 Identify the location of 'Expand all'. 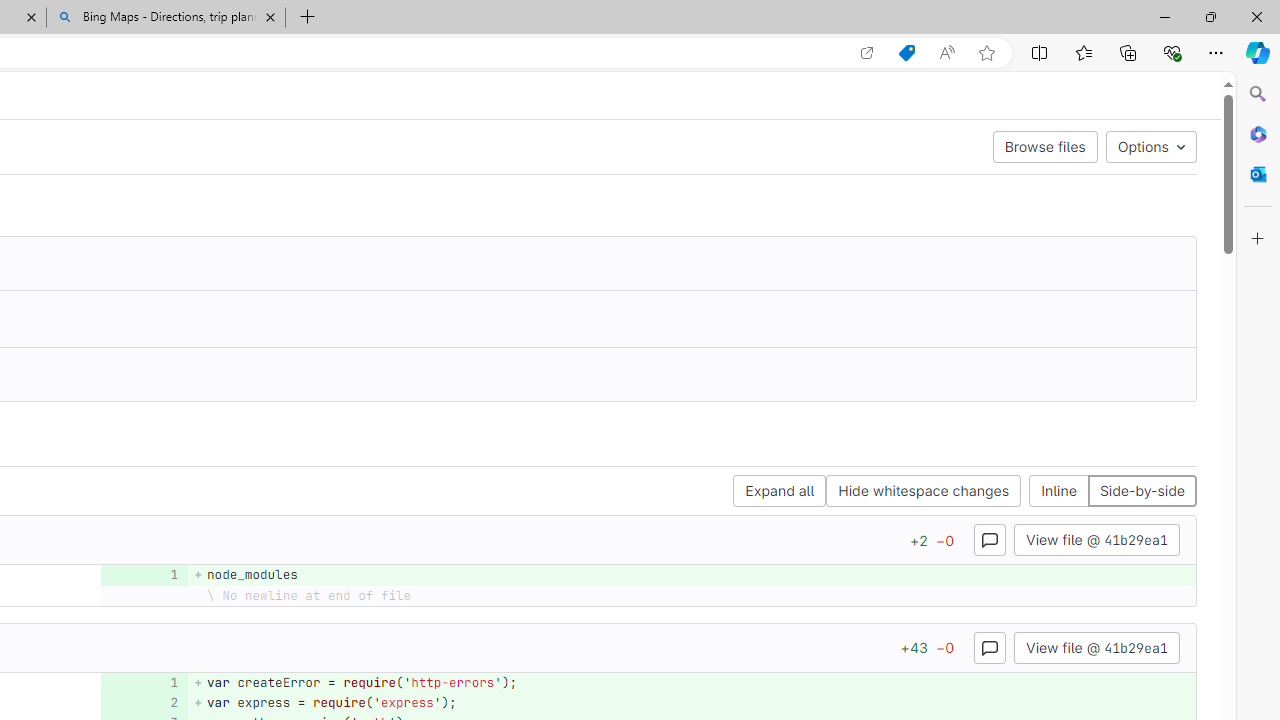
(779, 491).